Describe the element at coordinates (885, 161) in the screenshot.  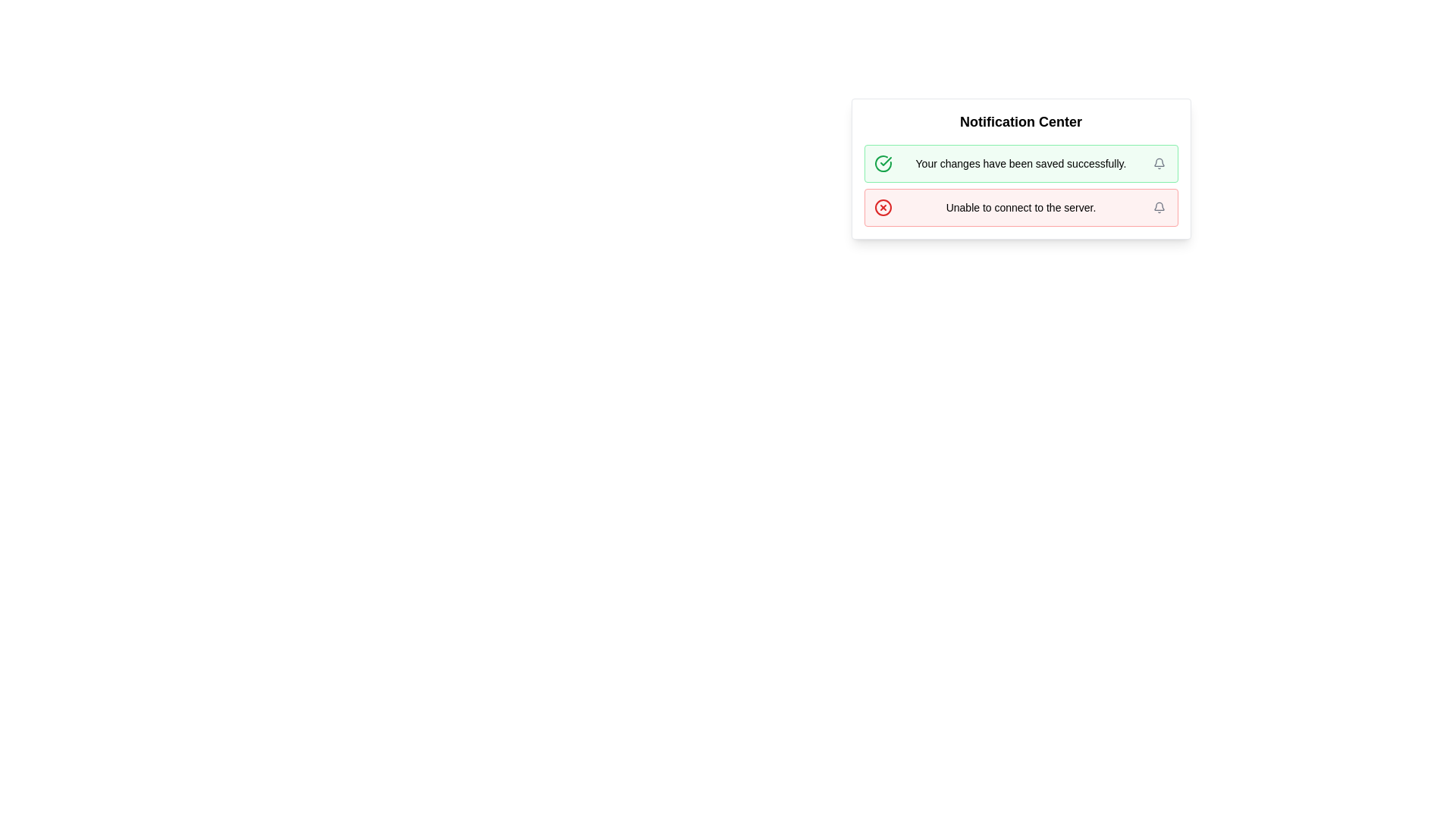
I see `the success icon located to the left of the notification message 'Your changes have been saved successfully' in the Notification Center panel` at that location.